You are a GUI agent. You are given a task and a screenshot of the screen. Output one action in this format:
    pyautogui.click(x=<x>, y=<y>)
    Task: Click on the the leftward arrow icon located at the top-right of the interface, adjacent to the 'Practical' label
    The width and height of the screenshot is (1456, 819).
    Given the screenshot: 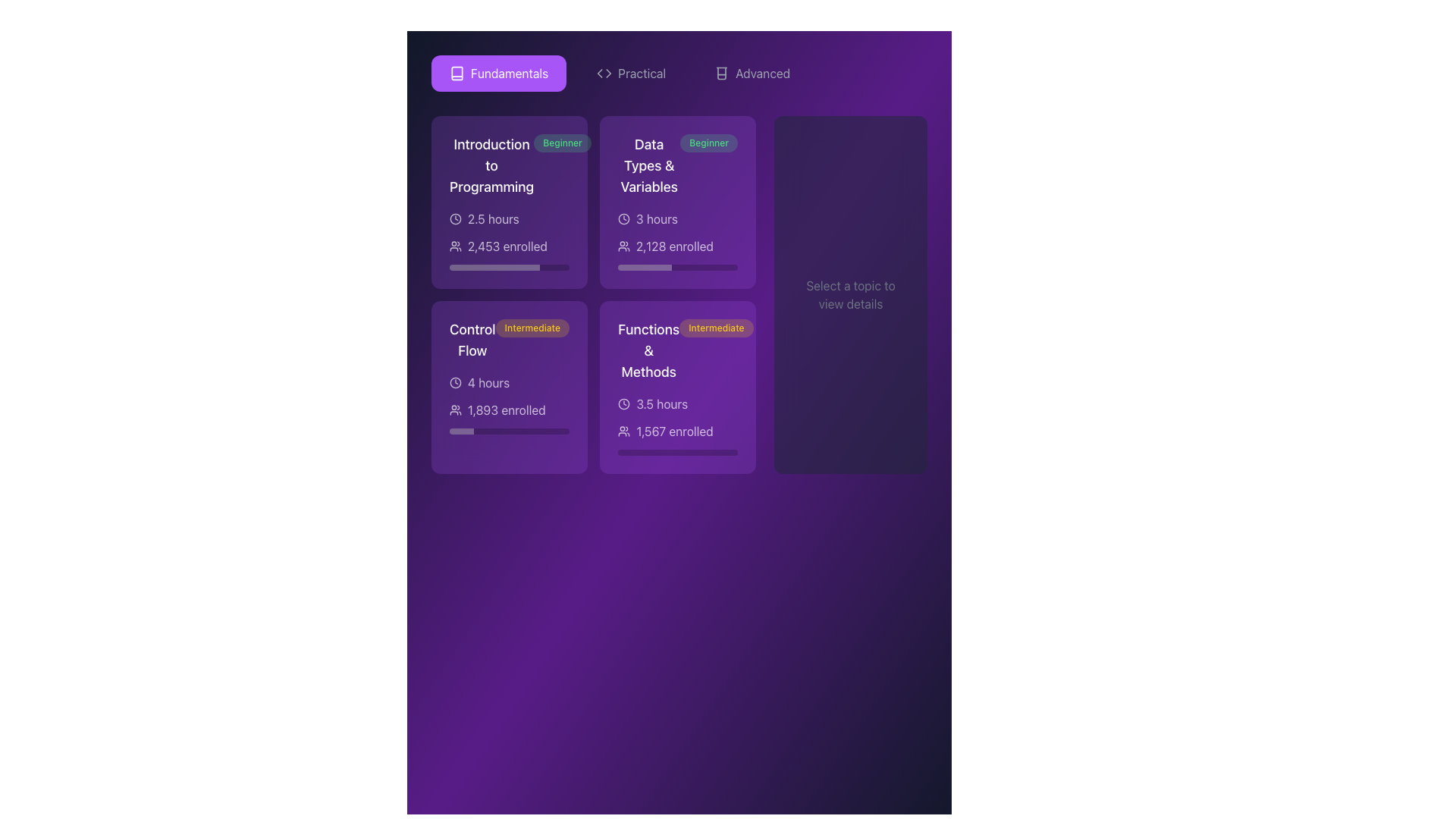 What is the action you would take?
    pyautogui.click(x=599, y=73)
    